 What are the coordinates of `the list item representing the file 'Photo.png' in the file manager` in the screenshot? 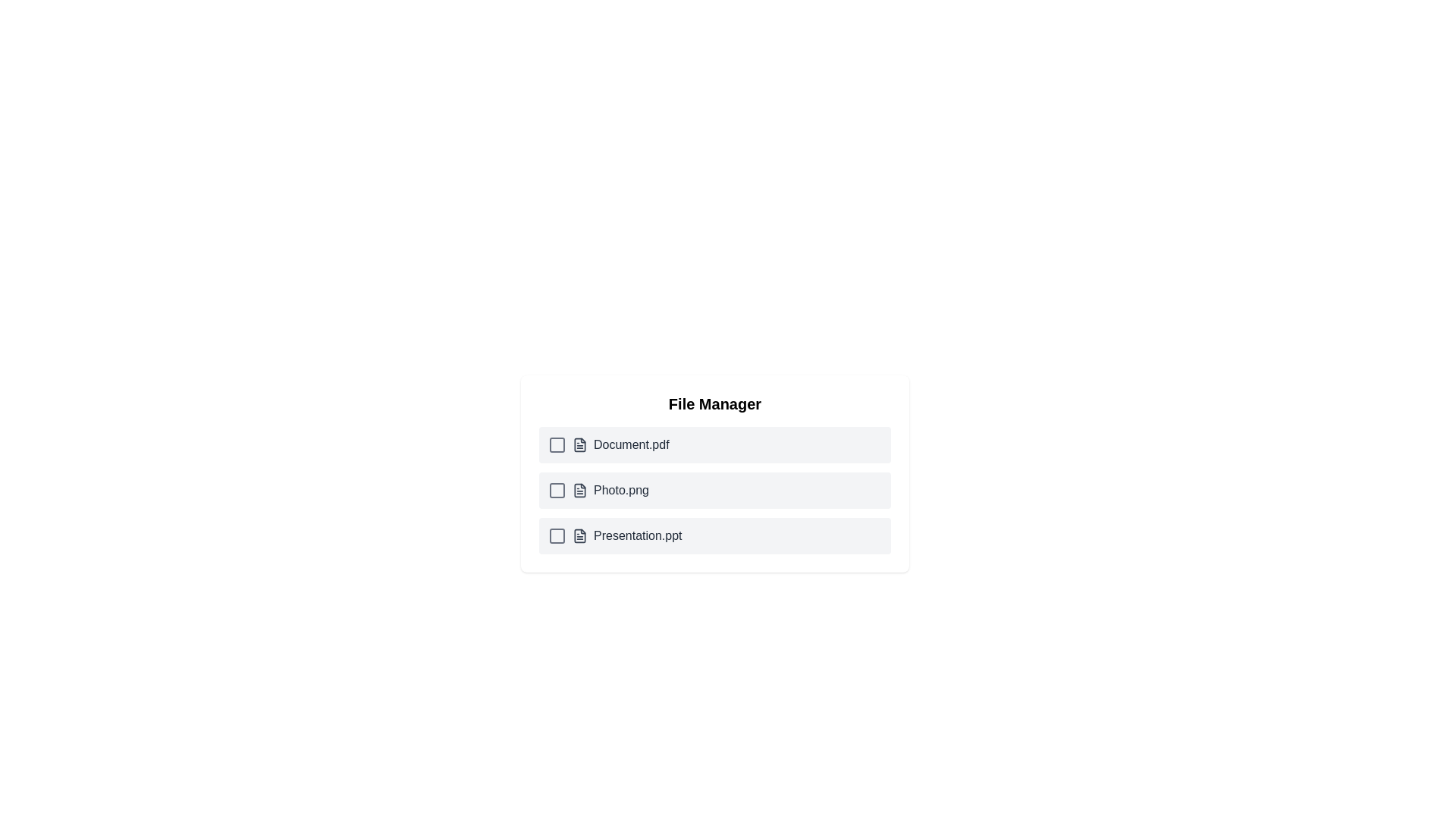 It's located at (714, 491).